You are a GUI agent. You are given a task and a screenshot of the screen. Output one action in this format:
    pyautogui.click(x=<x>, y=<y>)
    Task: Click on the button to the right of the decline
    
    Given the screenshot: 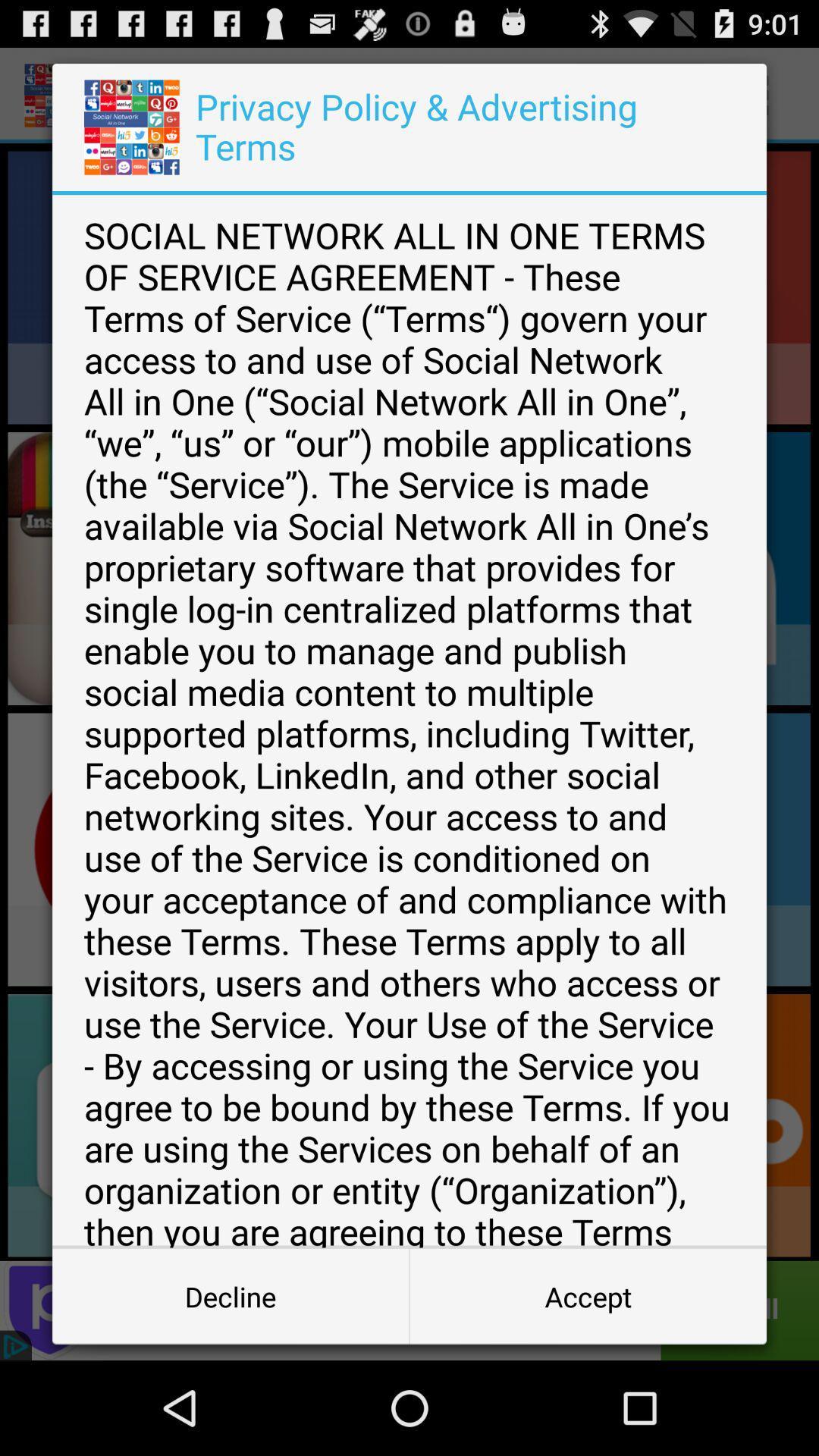 What is the action you would take?
    pyautogui.click(x=587, y=1295)
    